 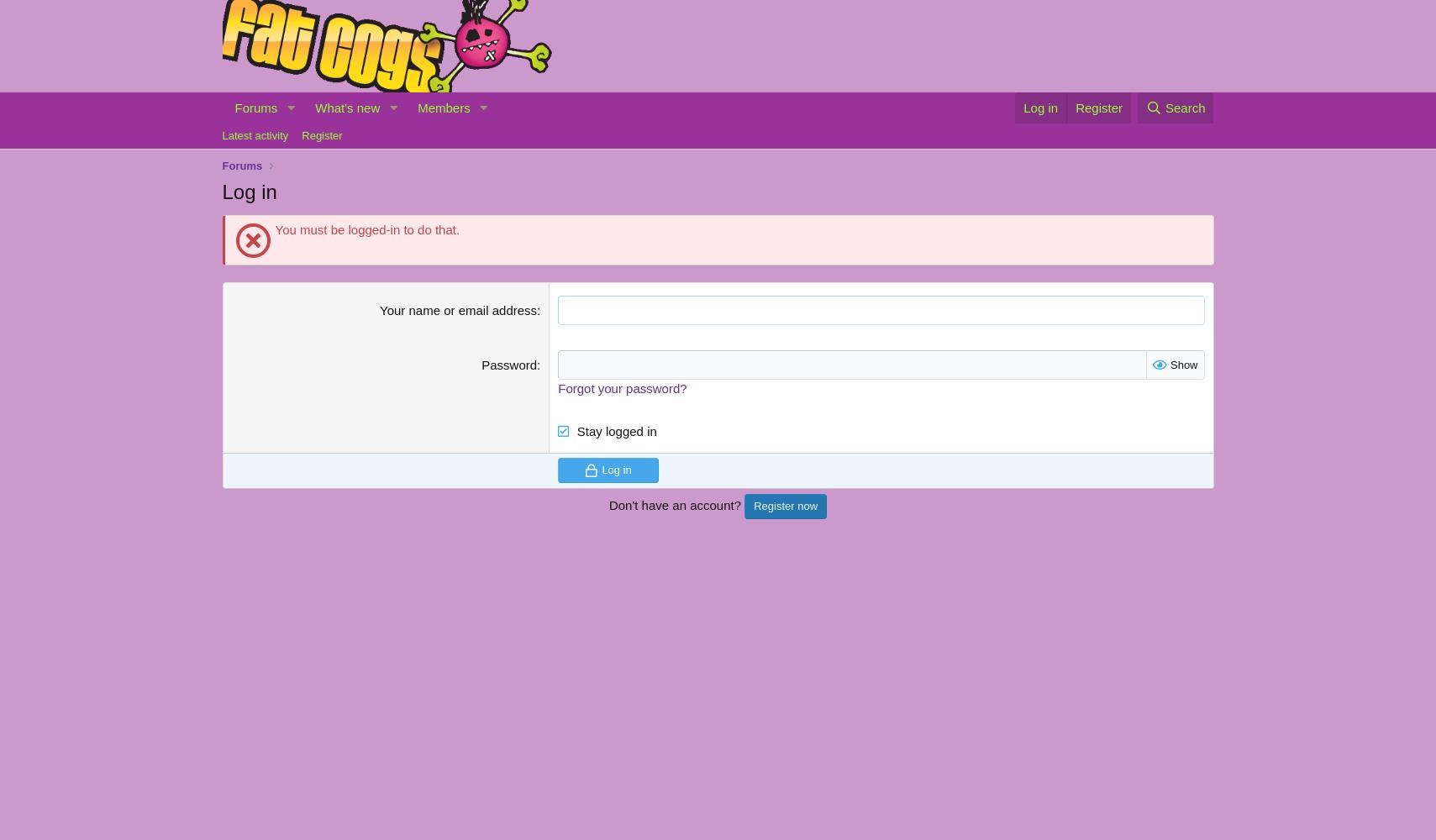 I want to click on 'Stay logged in', so click(x=615, y=430).